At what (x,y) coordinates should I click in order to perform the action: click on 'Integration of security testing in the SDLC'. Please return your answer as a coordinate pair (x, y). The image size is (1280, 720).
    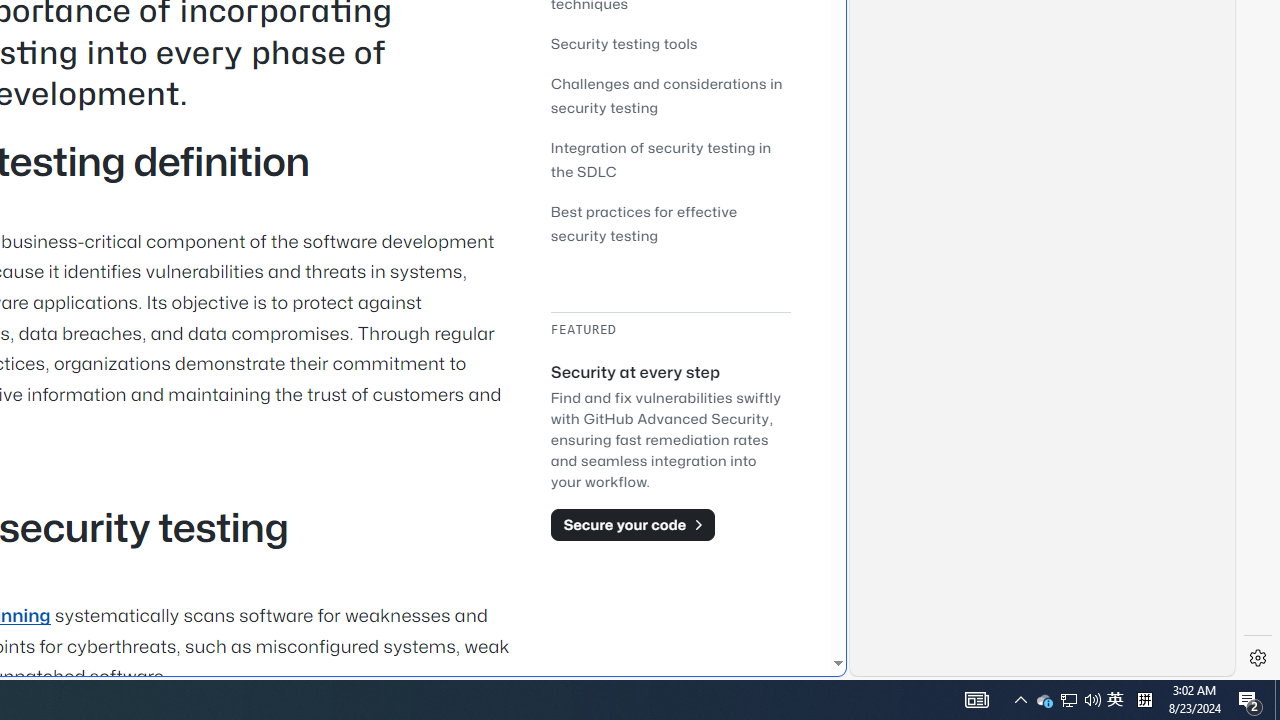
    Looking at the image, I should click on (670, 158).